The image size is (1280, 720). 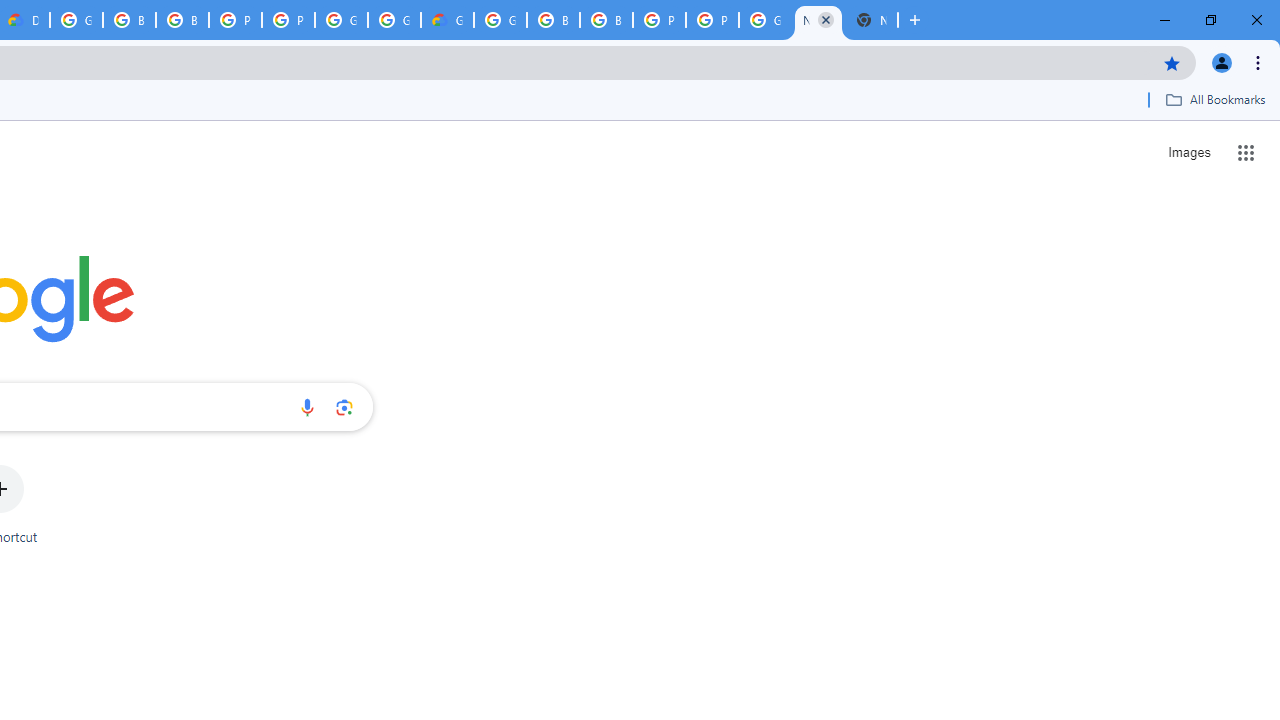 What do you see at coordinates (306, 406) in the screenshot?
I see `'Search by voice'` at bounding box center [306, 406].